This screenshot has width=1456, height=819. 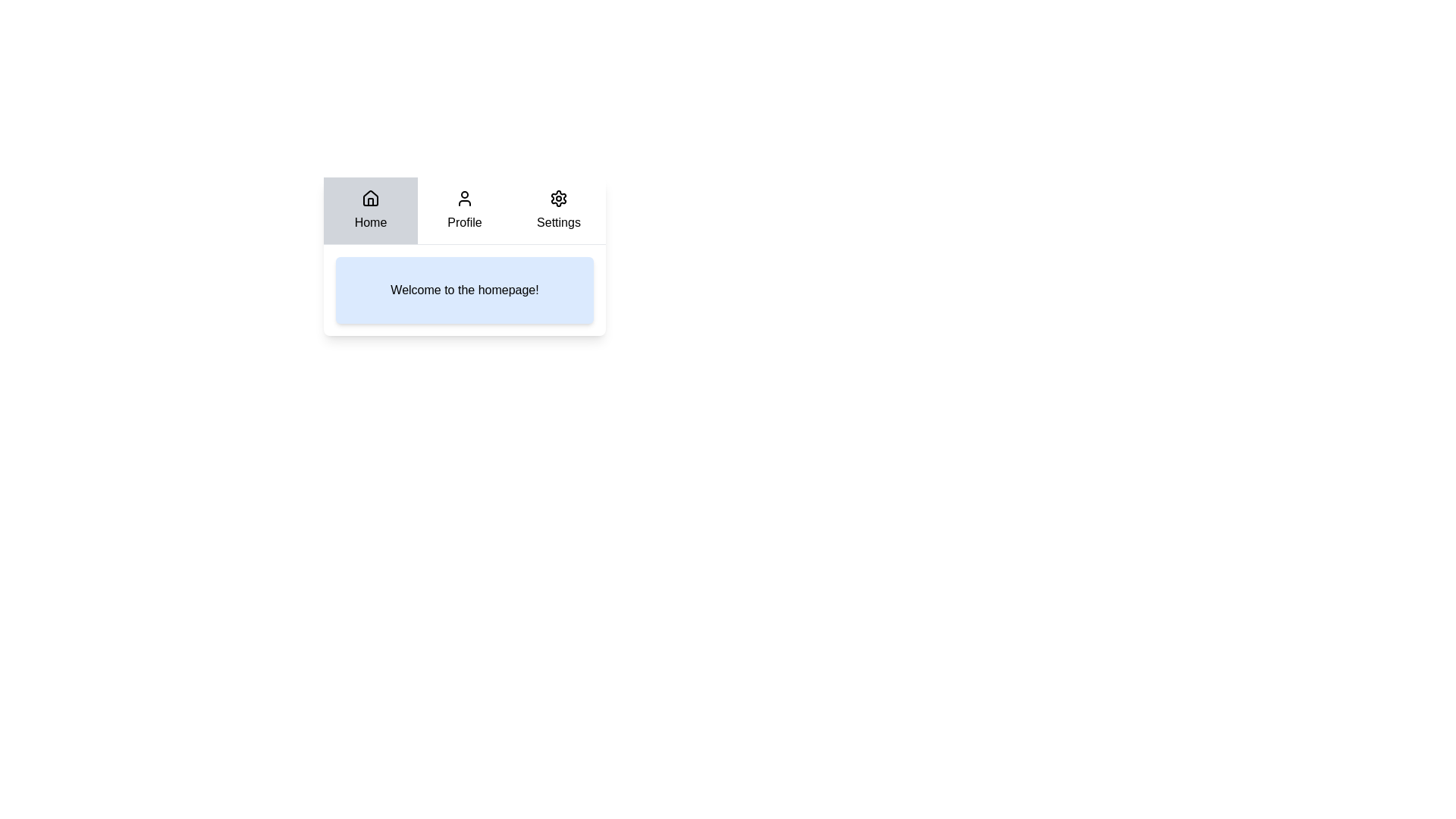 I want to click on the Profile tab by clicking on it, so click(x=464, y=210).